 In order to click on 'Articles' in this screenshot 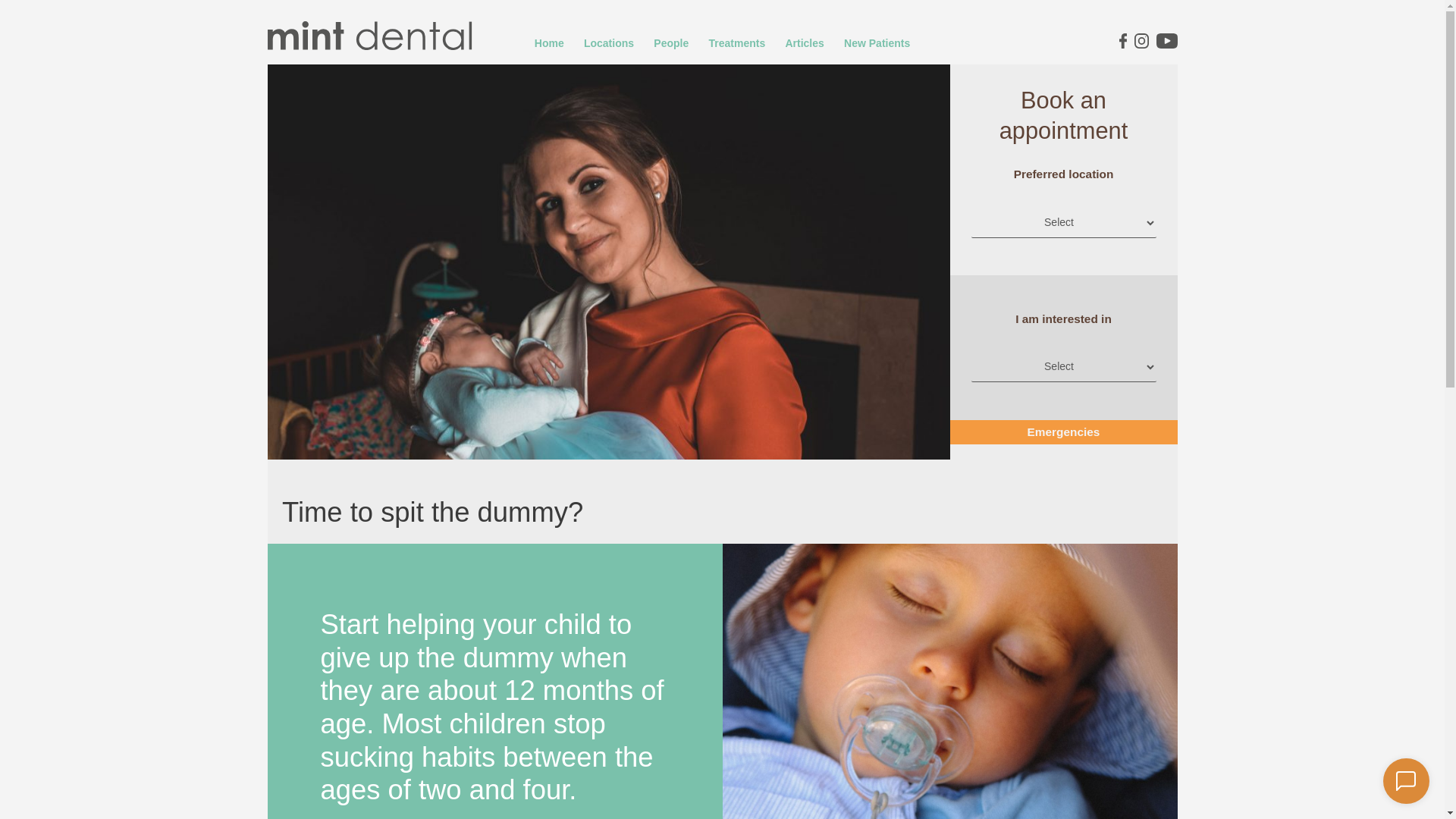, I will do `click(803, 42)`.